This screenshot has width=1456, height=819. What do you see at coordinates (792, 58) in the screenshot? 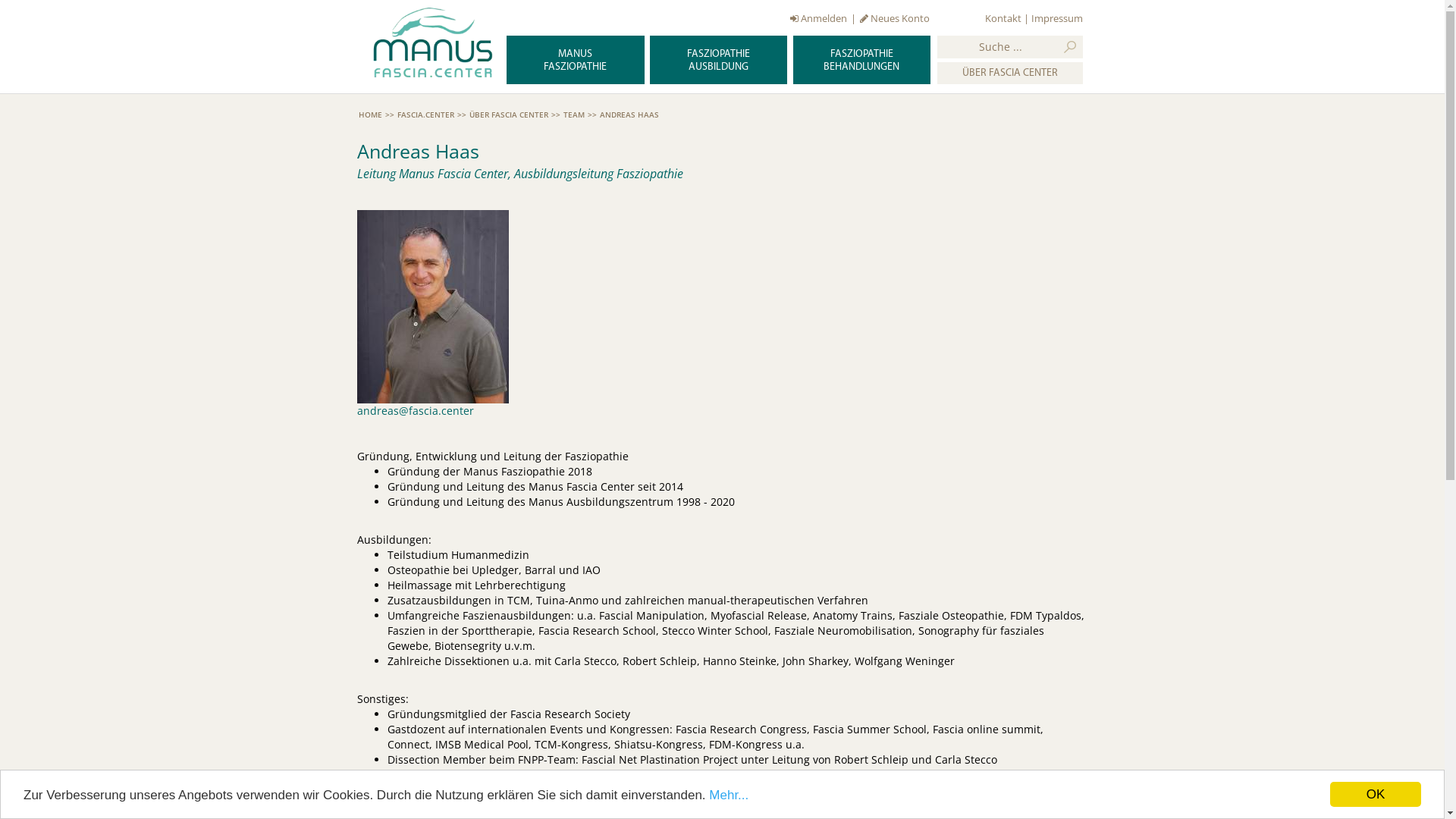
I see `'FASZIOPATHIE BEHANDLUNGEN'` at bounding box center [792, 58].